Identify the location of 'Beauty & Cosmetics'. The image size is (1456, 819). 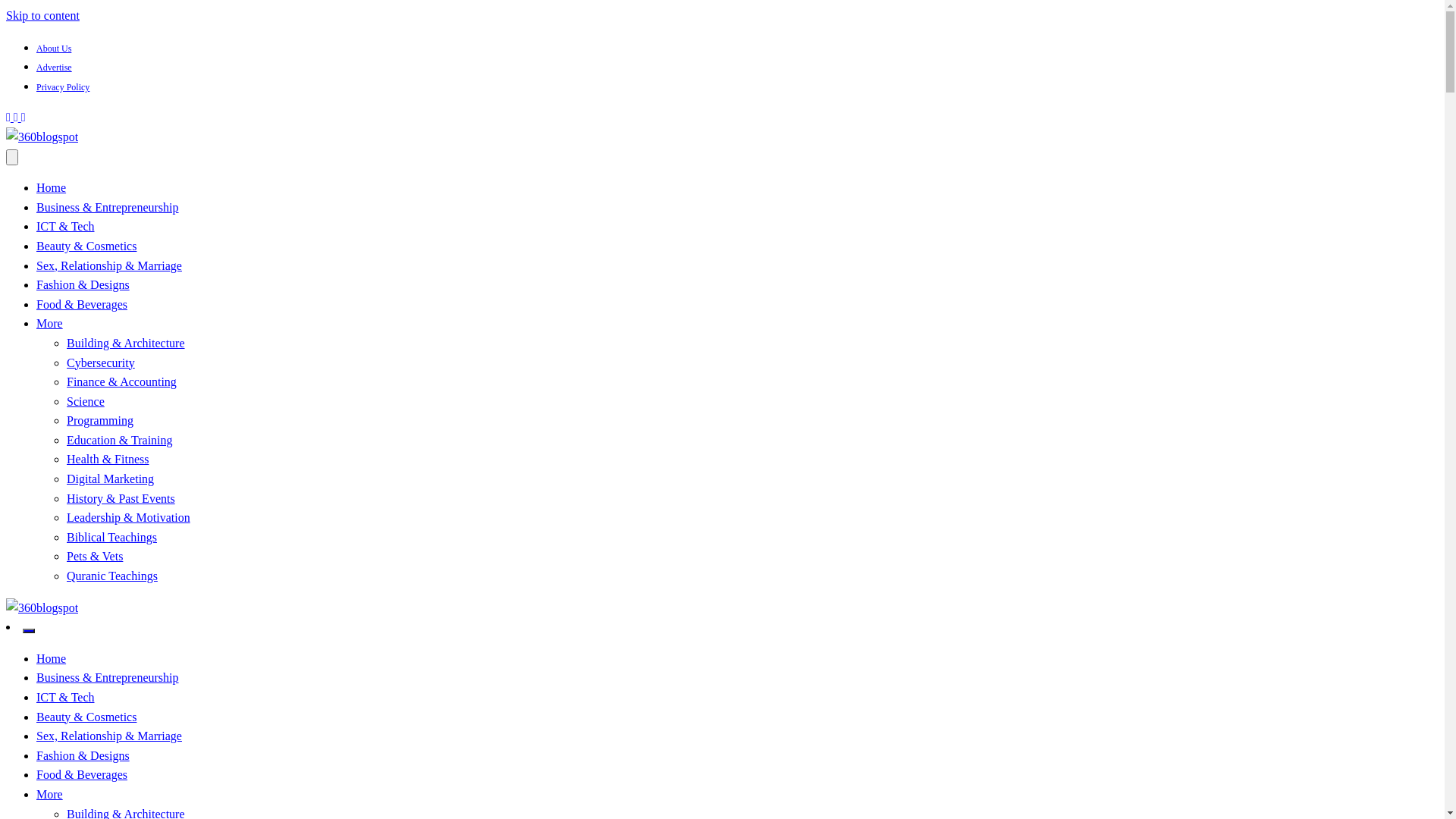
(86, 245).